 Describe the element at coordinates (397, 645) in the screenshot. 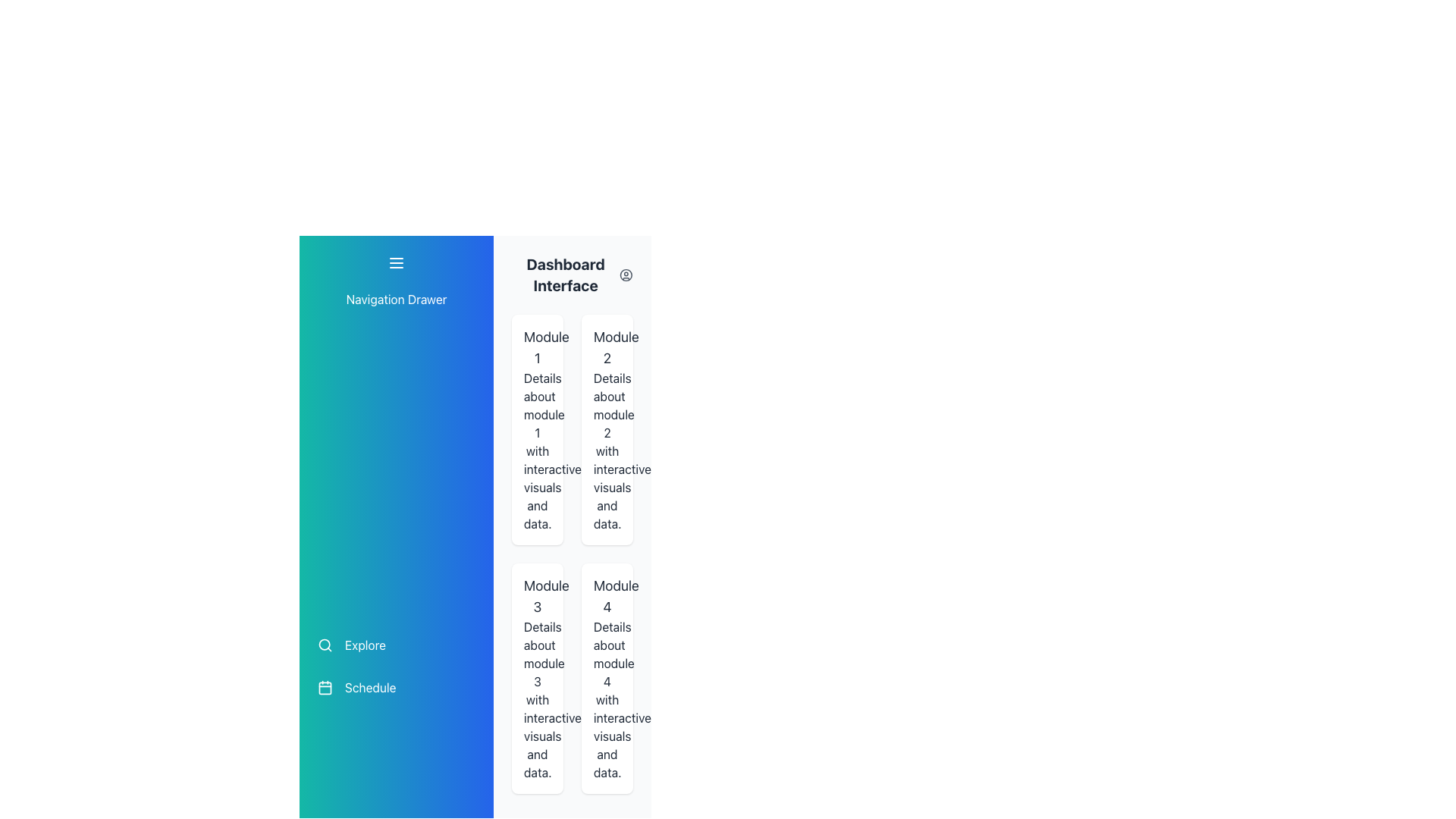

I see `the navigation menu item labeled 'Explore'` at that location.